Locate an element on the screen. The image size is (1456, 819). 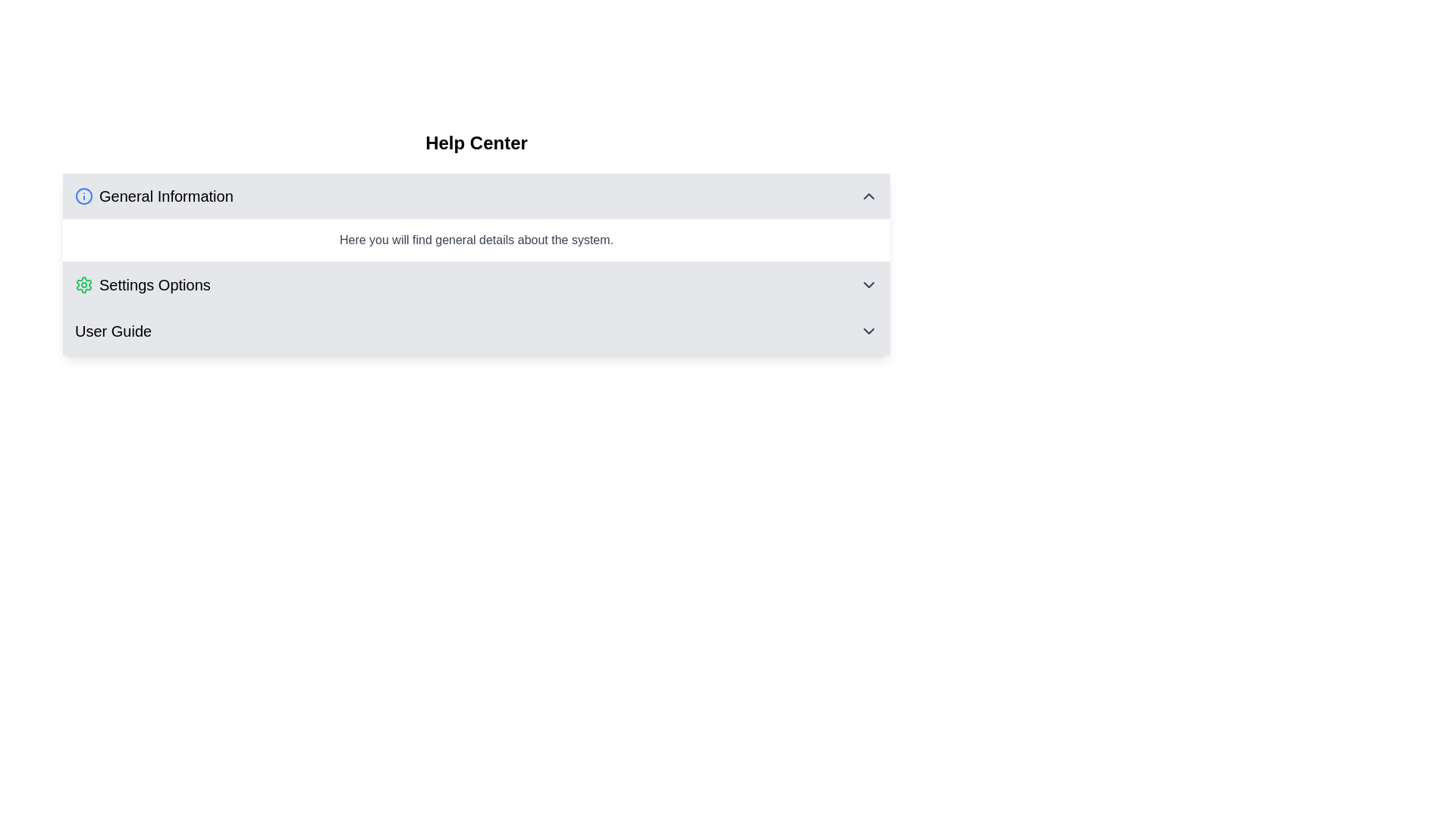
the settings icon is located at coordinates (83, 284).